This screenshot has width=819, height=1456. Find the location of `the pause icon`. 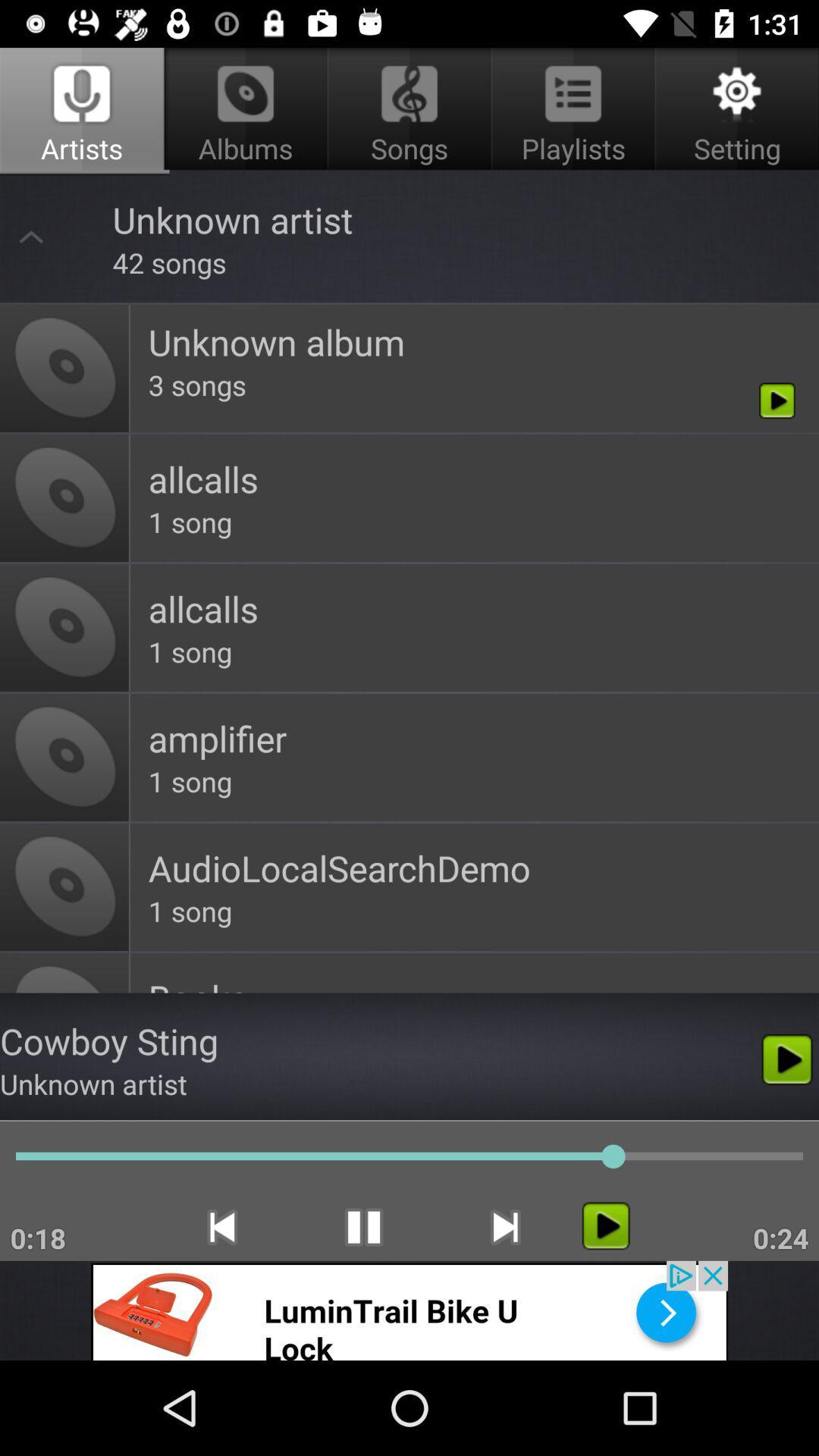

the pause icon is located at coordinates (363, 1227).